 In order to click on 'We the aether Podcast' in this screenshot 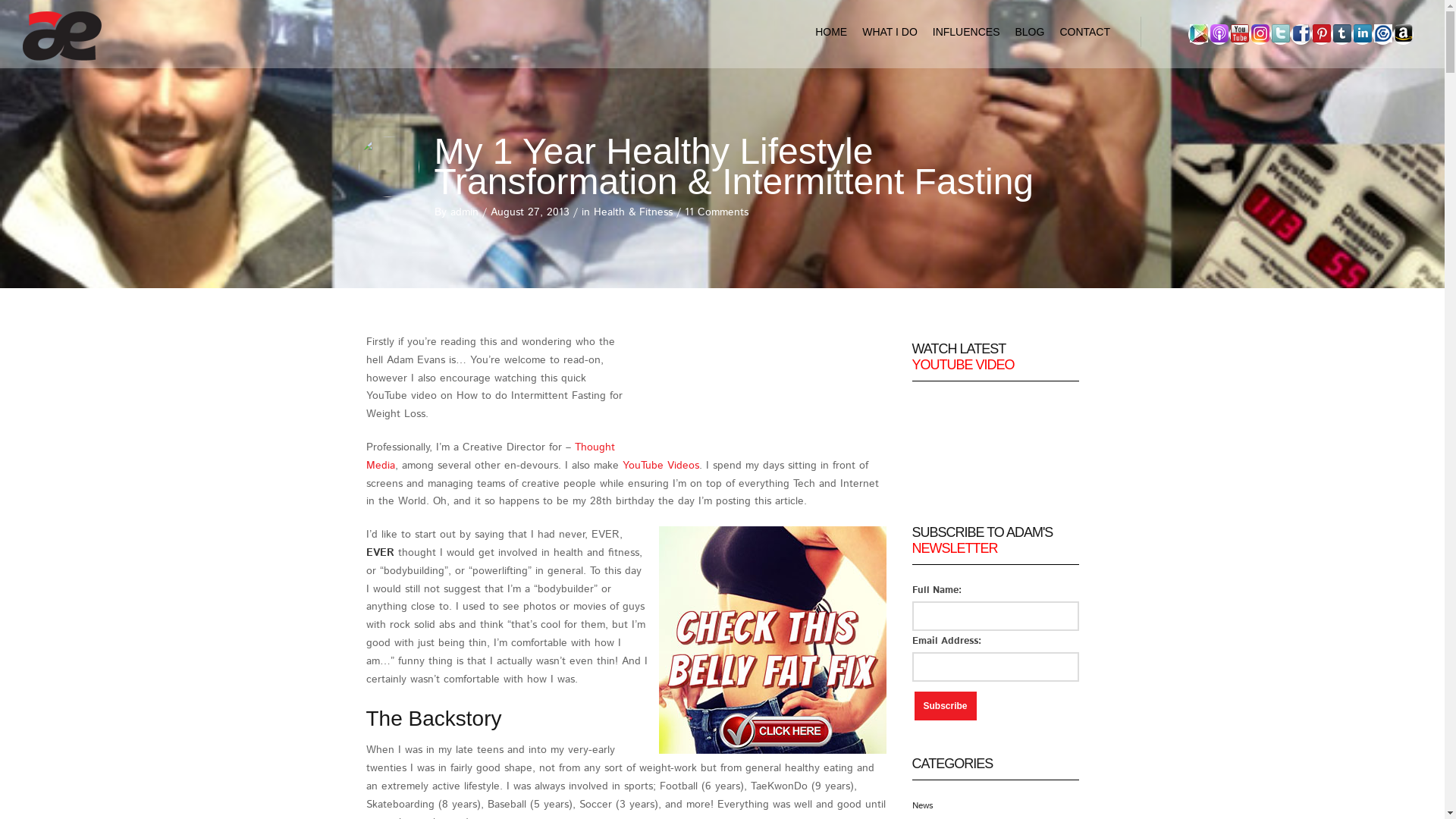, I will do `click(1219, 34)`.